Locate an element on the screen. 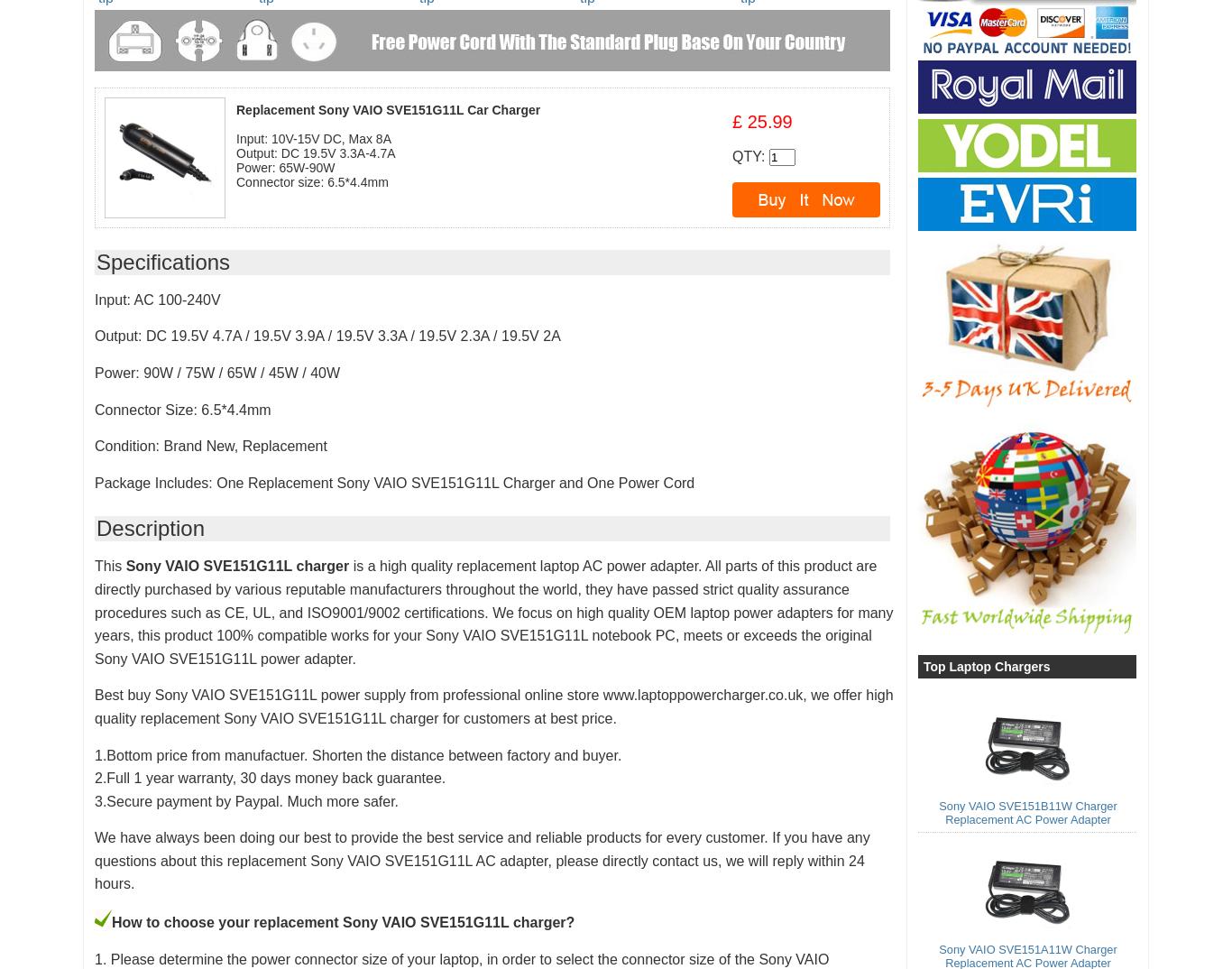  'Top Laptop Chargers' is located at coordinates (923, 666).